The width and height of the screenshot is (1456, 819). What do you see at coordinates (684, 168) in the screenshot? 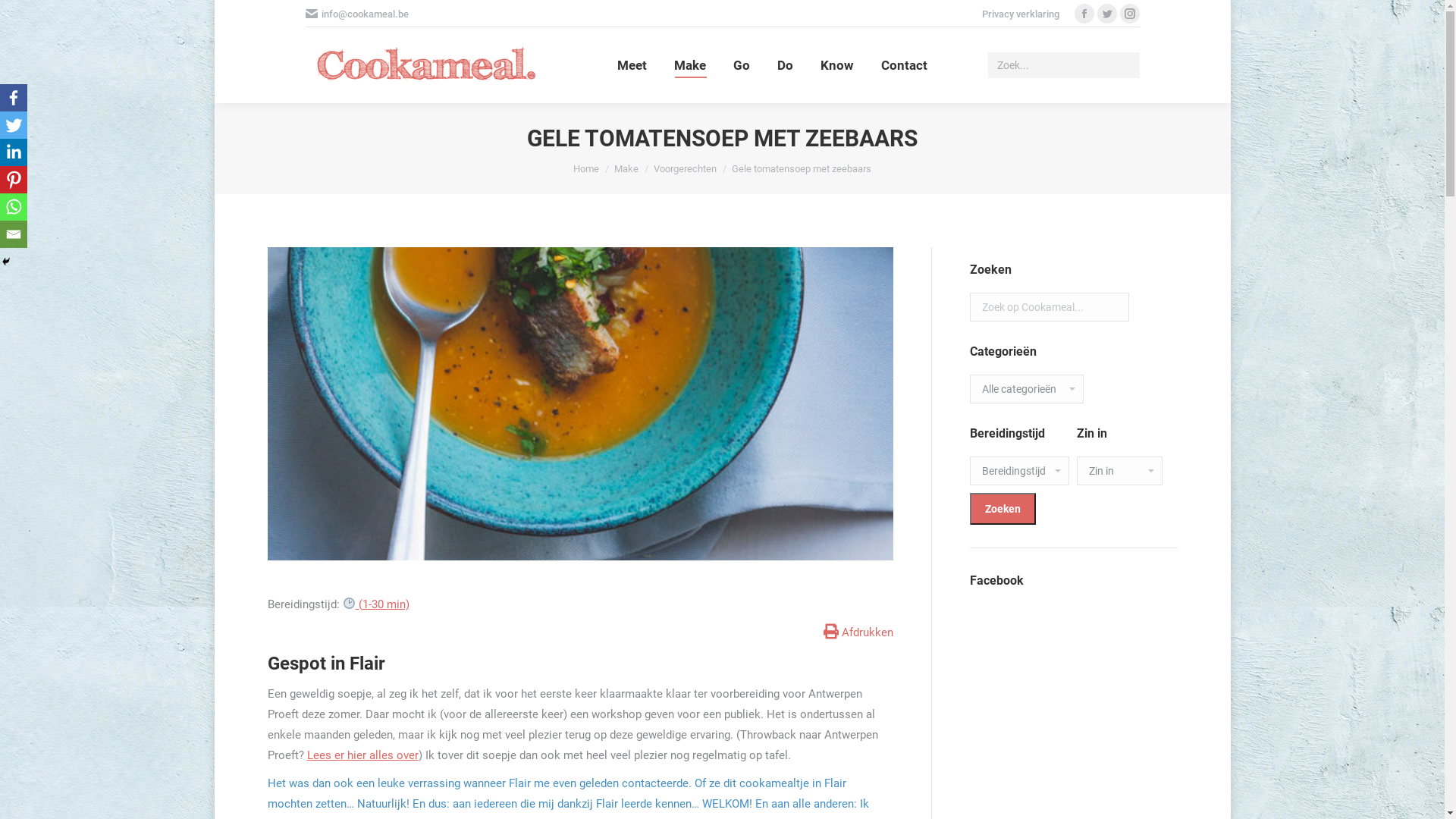
I see `'Voorgerechten'` at bounding box center [684, 168].